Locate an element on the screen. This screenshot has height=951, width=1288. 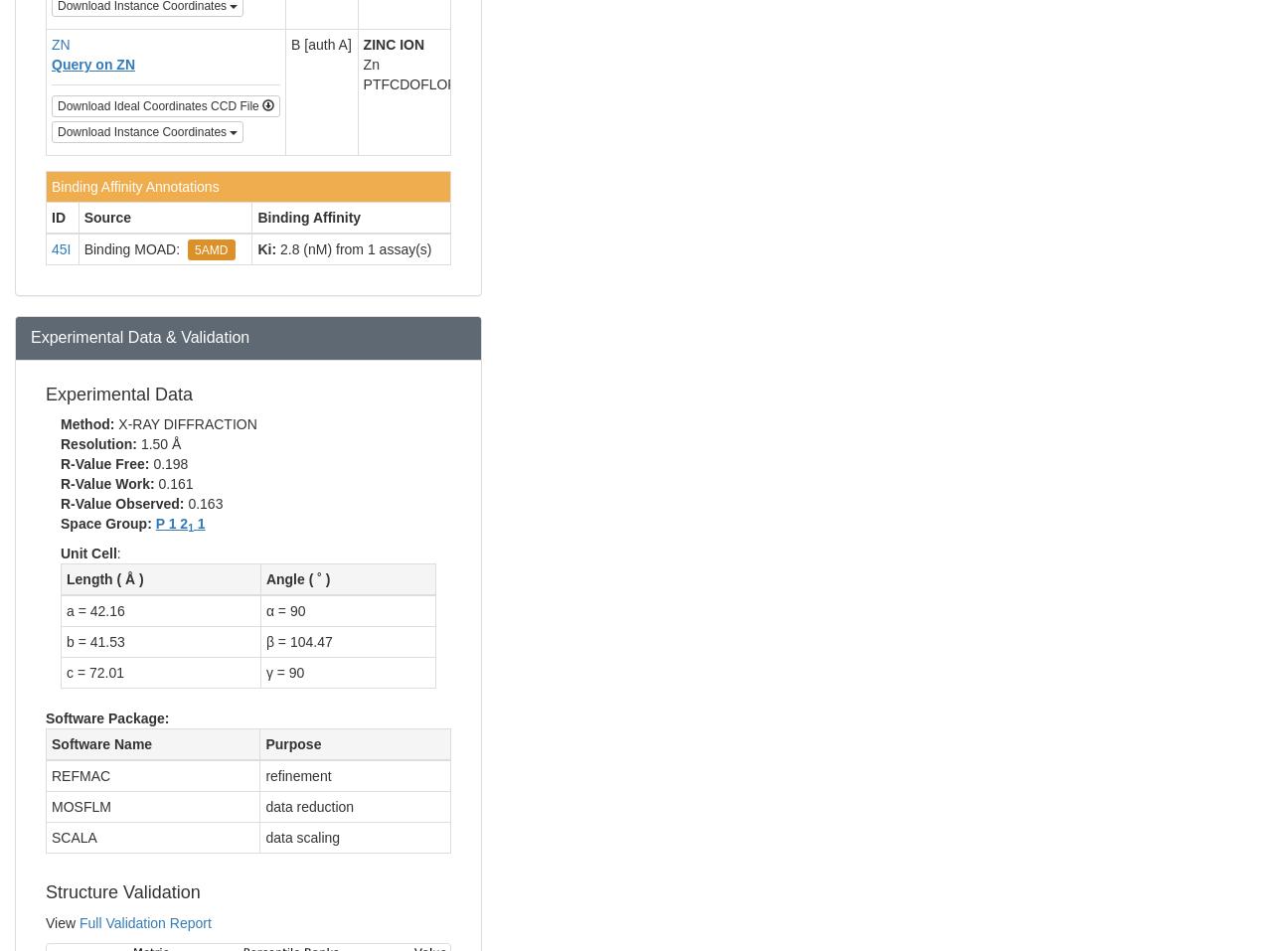
'Purpose' is located at coordinates (292, 744).